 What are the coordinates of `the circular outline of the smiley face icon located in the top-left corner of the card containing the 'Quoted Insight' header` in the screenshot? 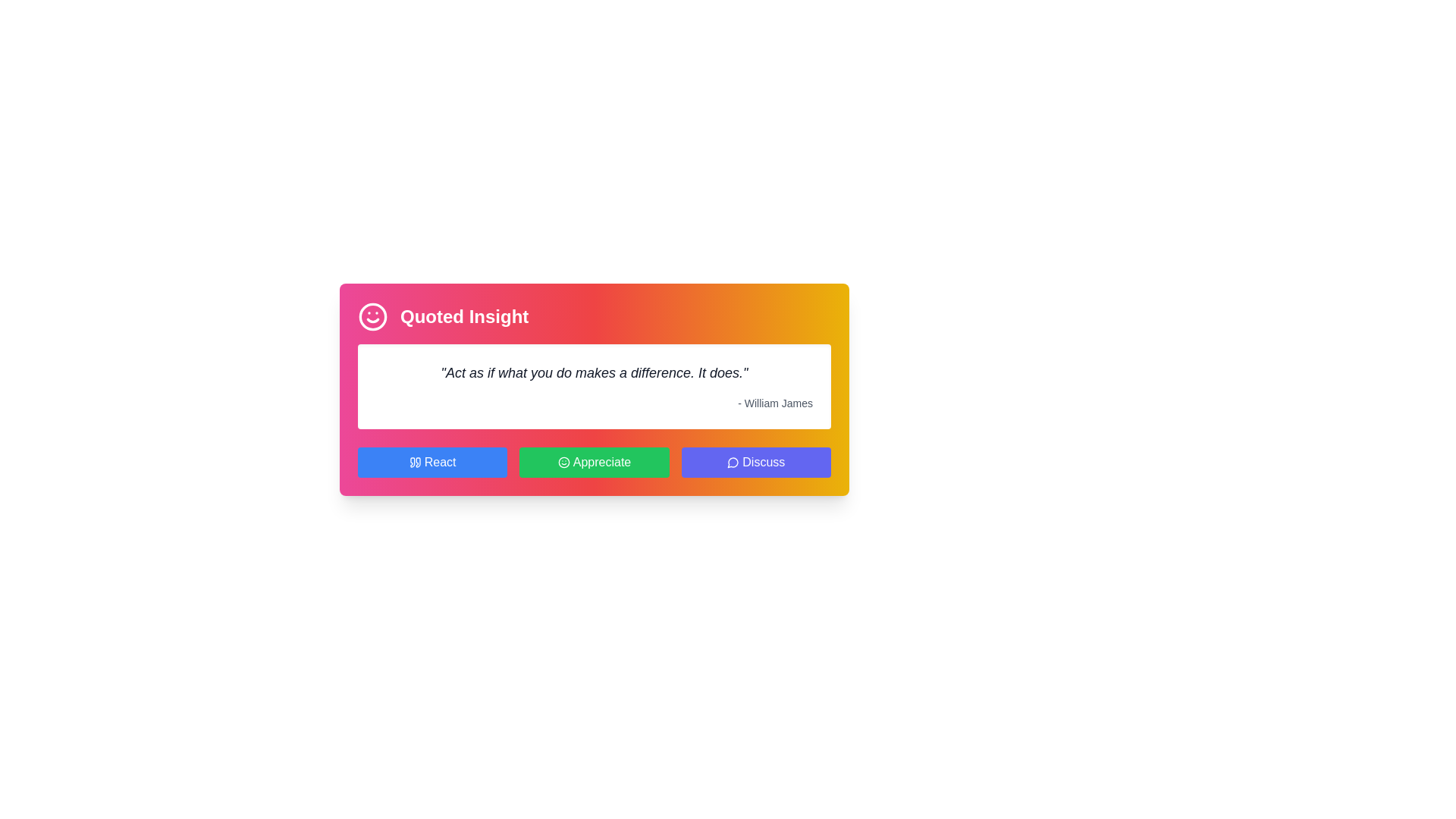 It's located at (563, 461).